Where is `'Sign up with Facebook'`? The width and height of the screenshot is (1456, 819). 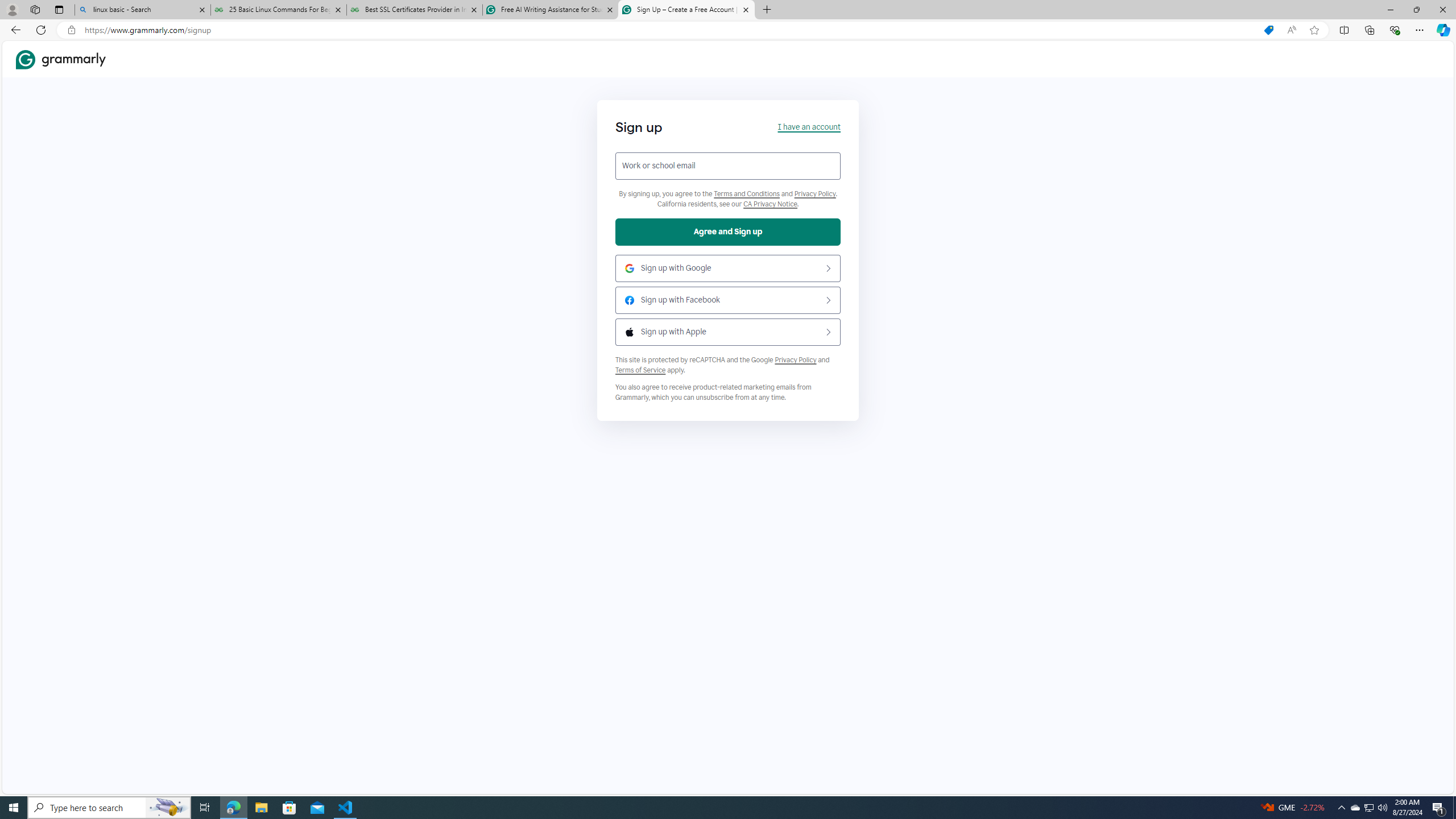 'Sign up with Facebook' is located at coordinates (728, 299).